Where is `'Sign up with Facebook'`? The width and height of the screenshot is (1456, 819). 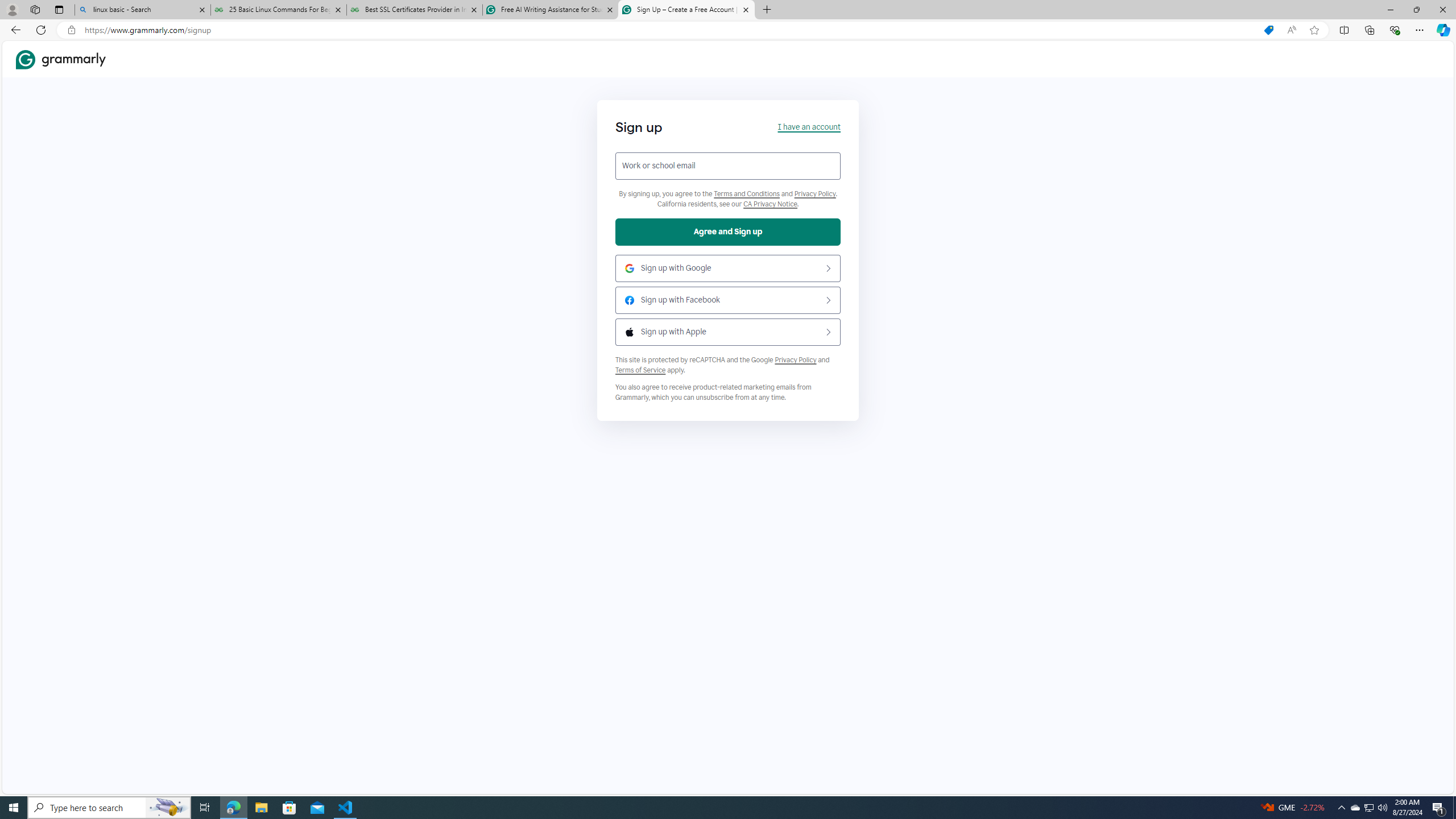 'Sign up with Facebook' is located at coordinates (728, 299).